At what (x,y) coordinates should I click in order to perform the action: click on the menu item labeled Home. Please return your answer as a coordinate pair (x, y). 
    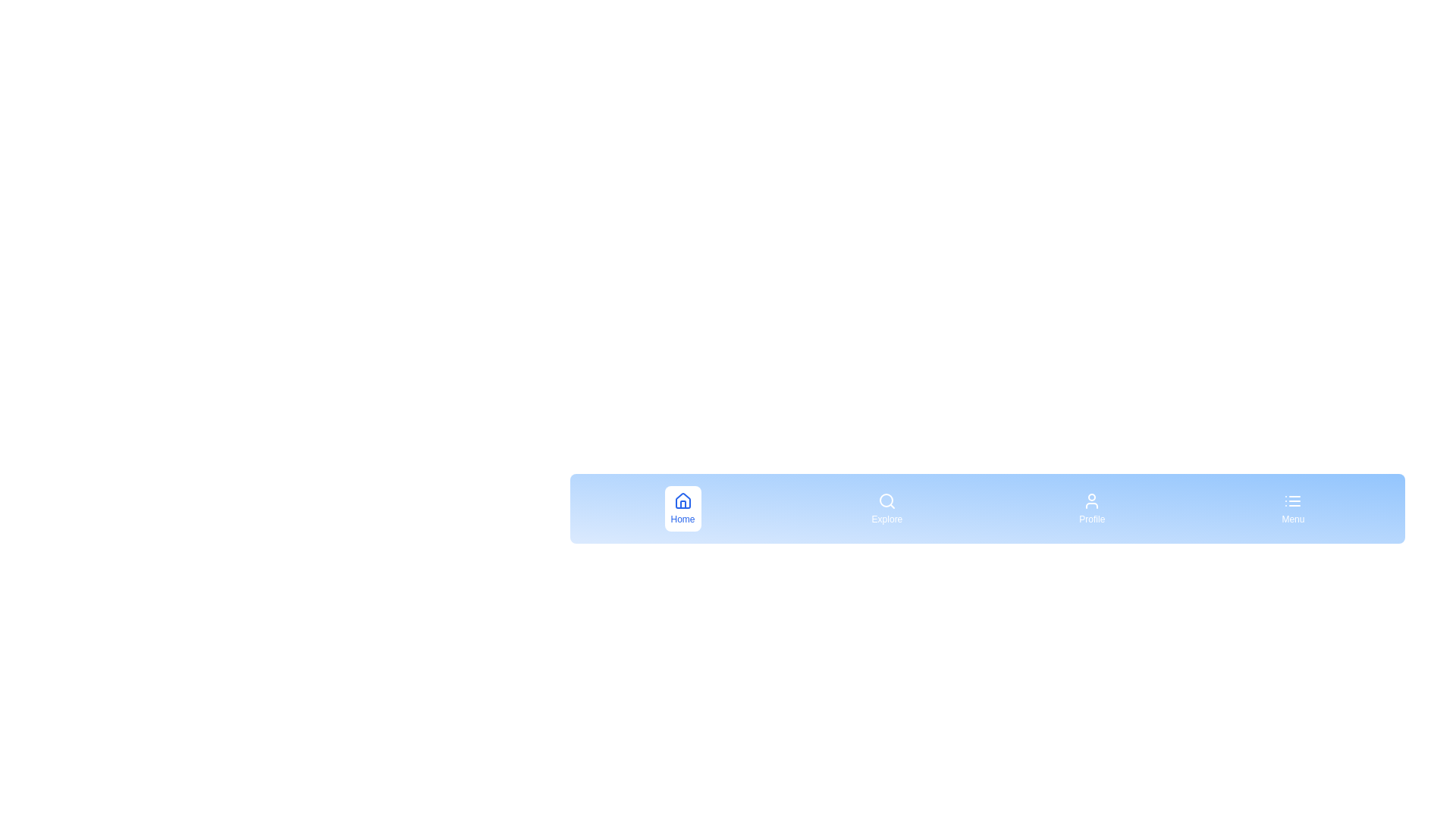
    Looking at the image, I should click on (682, 509).